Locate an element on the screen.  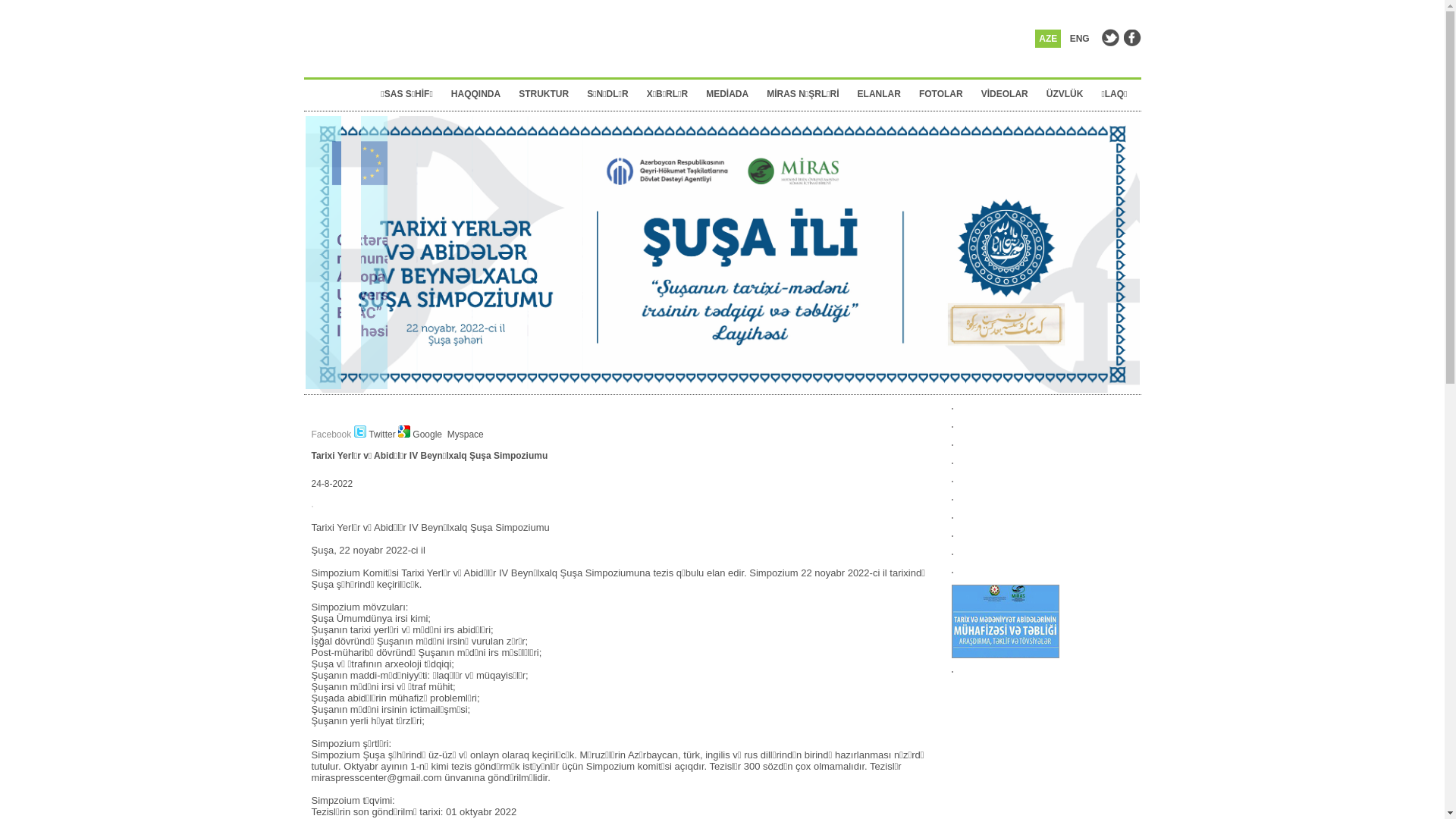
'FOTOLAR' is located at coordinates (945, 93).